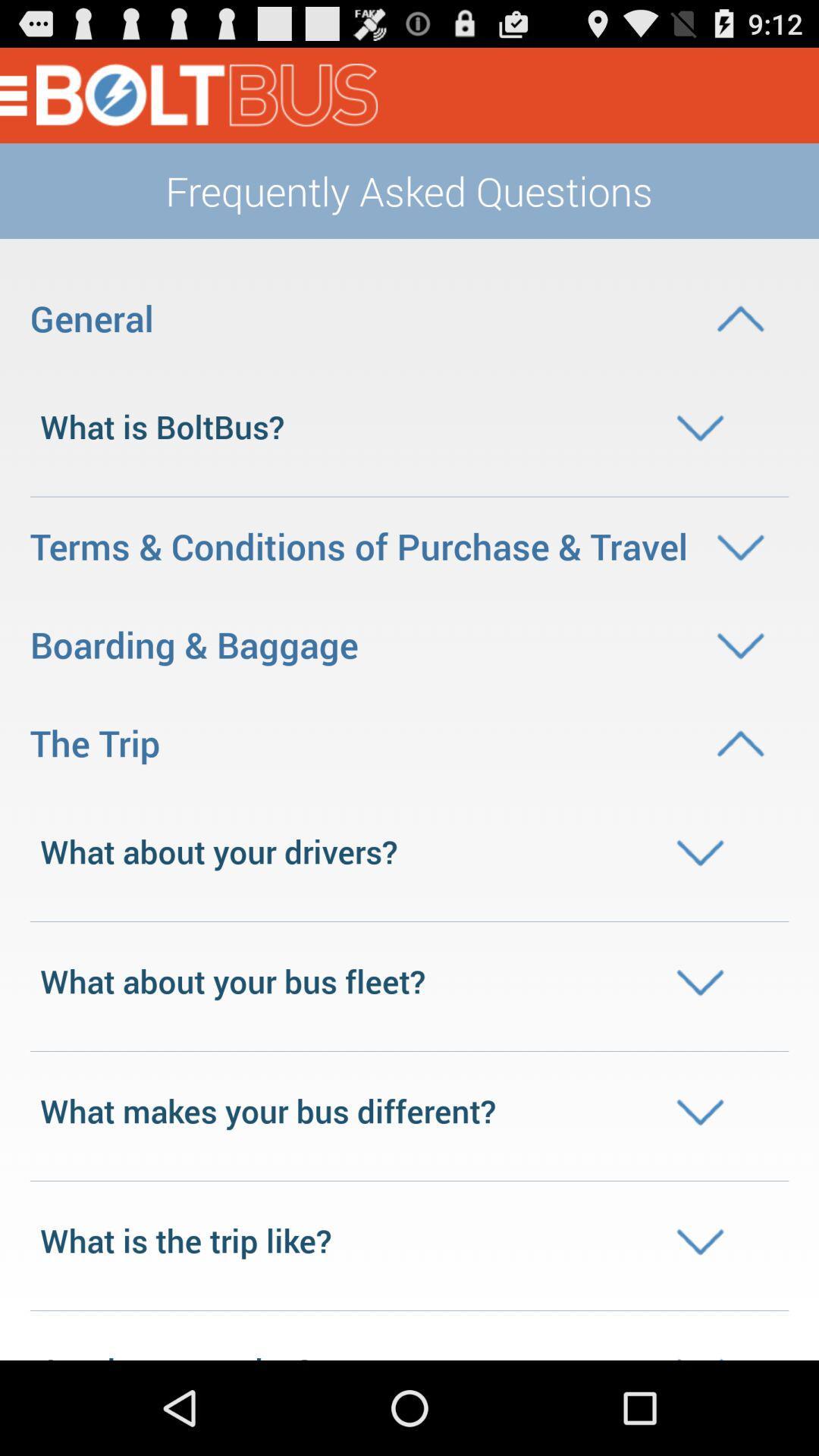  I want to click on what about your drivers, so click(409, 852).